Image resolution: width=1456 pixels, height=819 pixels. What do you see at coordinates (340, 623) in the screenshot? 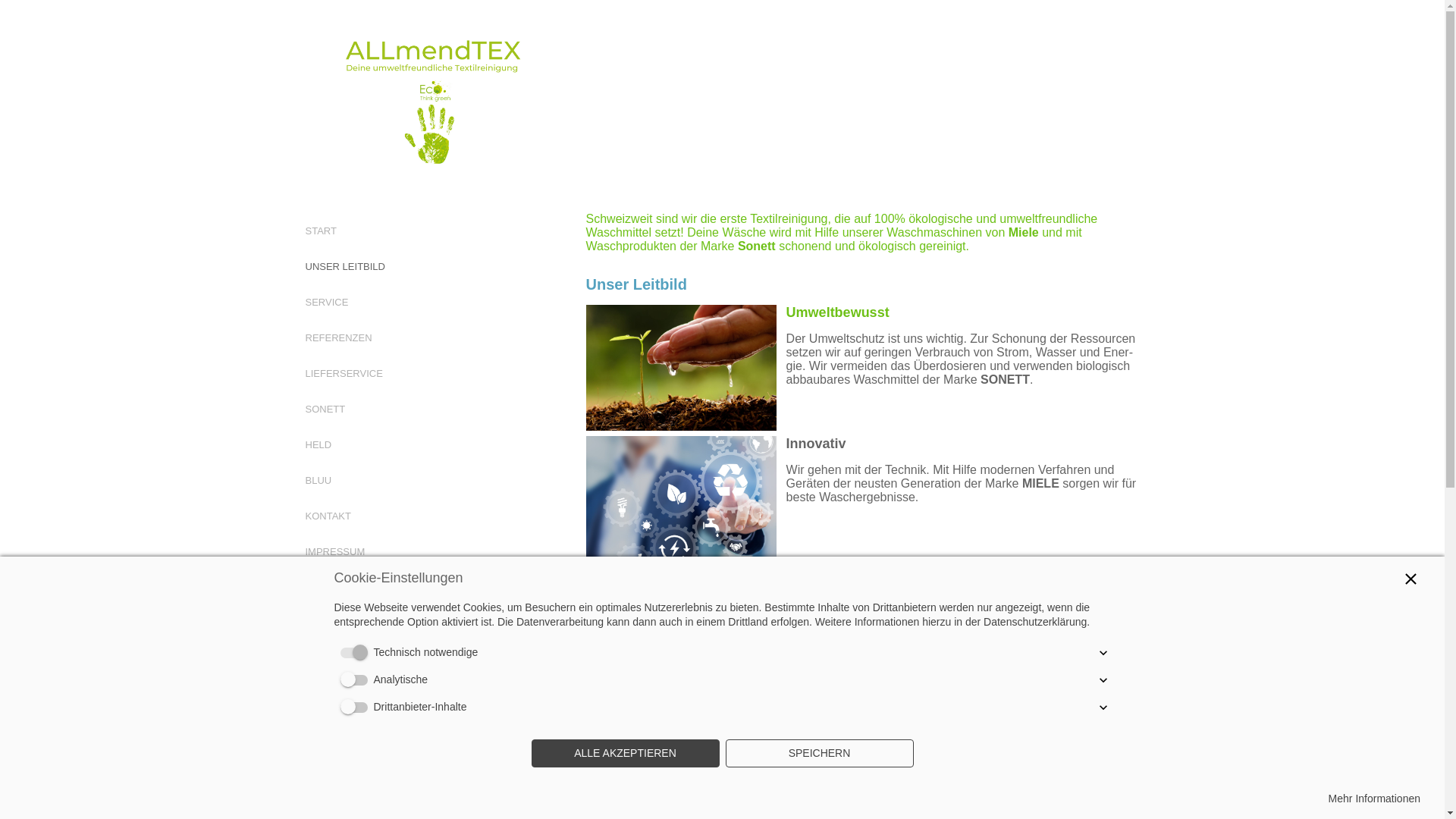
I see `'DATENSCHUTZ'` at bounding box center [340, 623].